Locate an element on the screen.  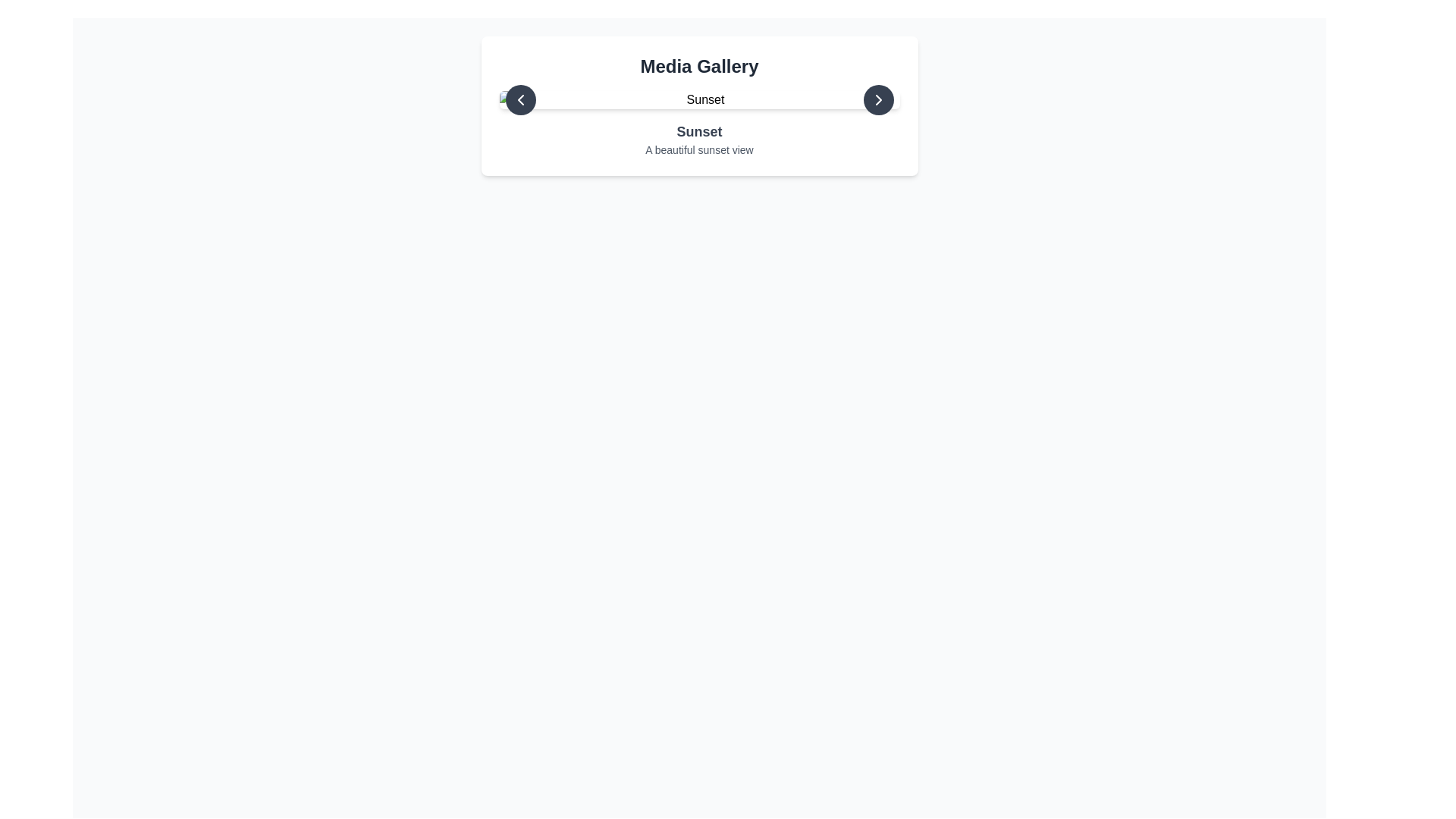
the navigation button located on the left side of the media gallery is located at coordinates (520, 99).